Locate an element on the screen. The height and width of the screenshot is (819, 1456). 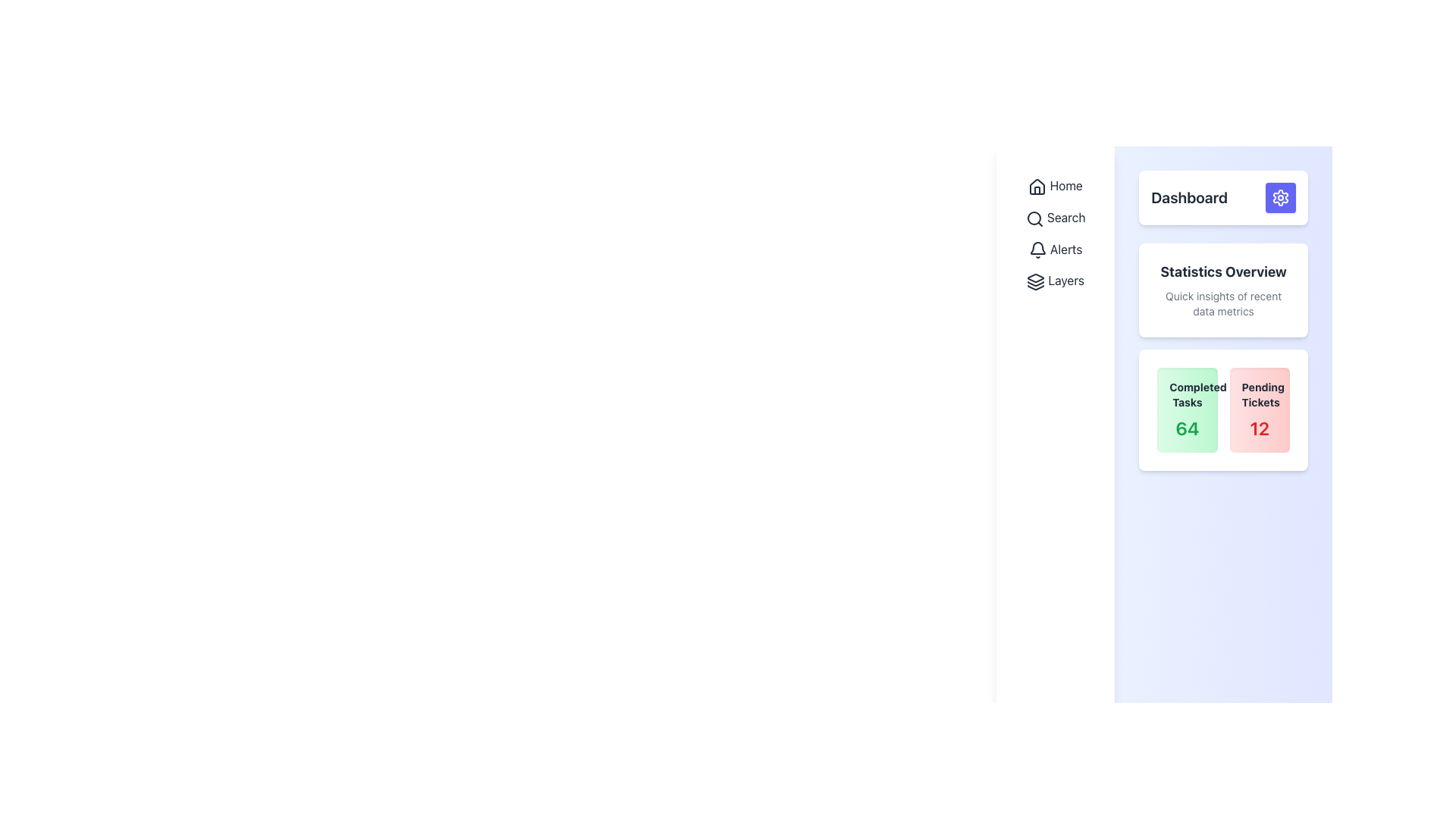
the 'Dashboard' component, which features a bold title text and a gear-shaped icon is located at coordinates (1223, 197).